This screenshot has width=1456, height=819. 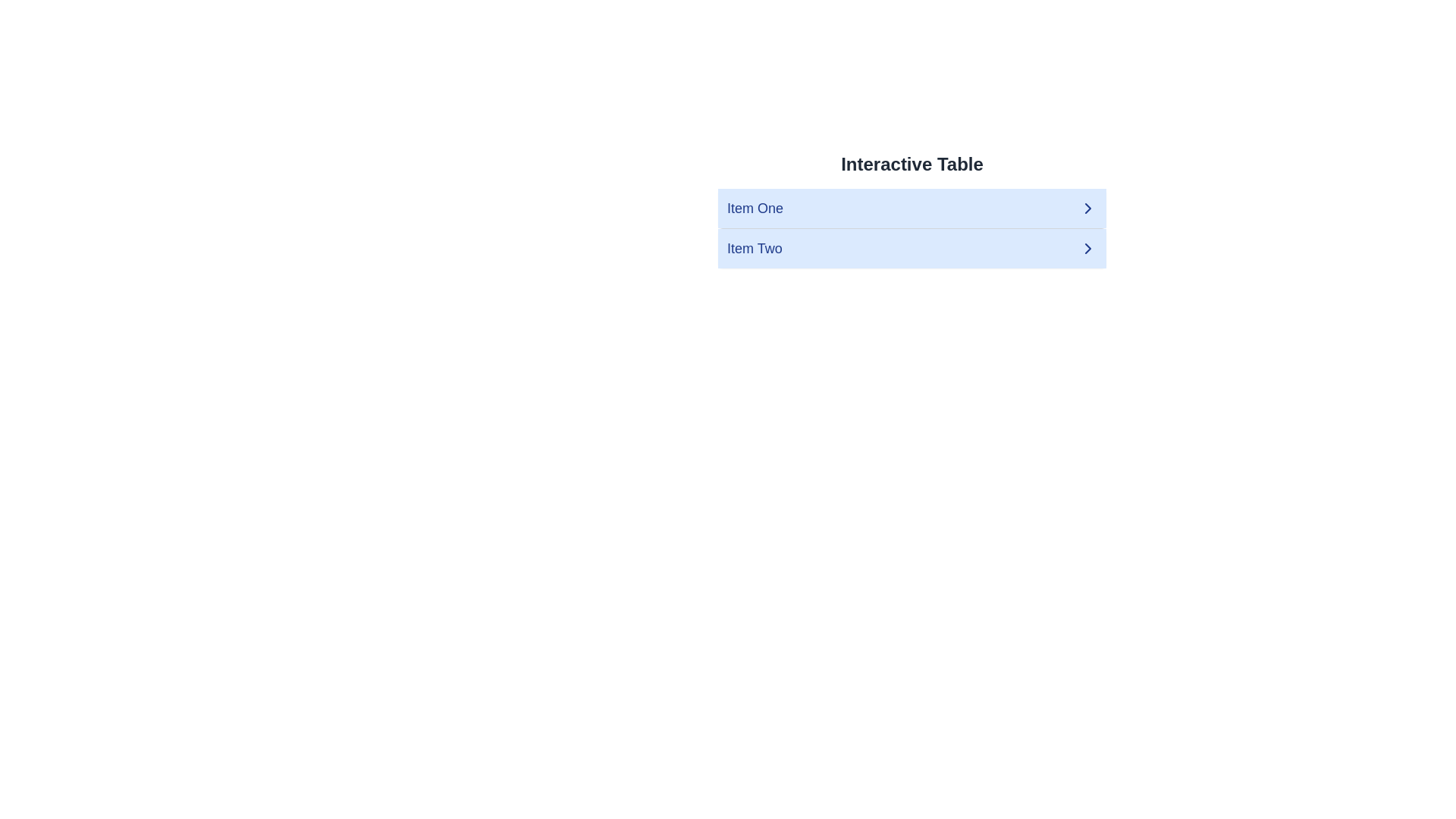 What do you see at coordinates (912, 208) in the screenshot?
I see `the first list item titled 'Item One' within the 'Interactive Table'` at bounding box center [912, 208].